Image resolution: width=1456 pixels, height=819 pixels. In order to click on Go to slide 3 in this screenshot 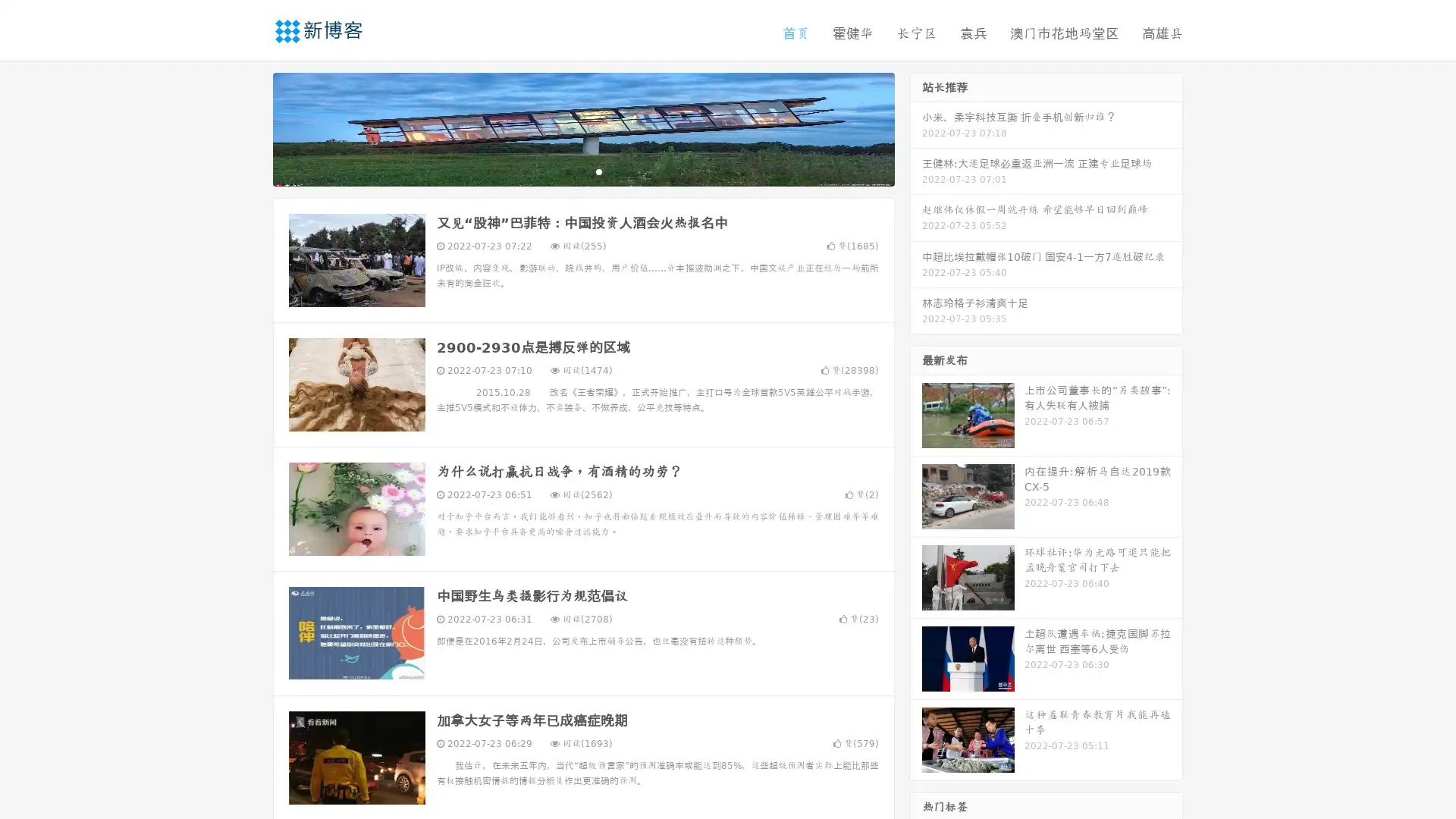, I will do `click(598, 171)`.